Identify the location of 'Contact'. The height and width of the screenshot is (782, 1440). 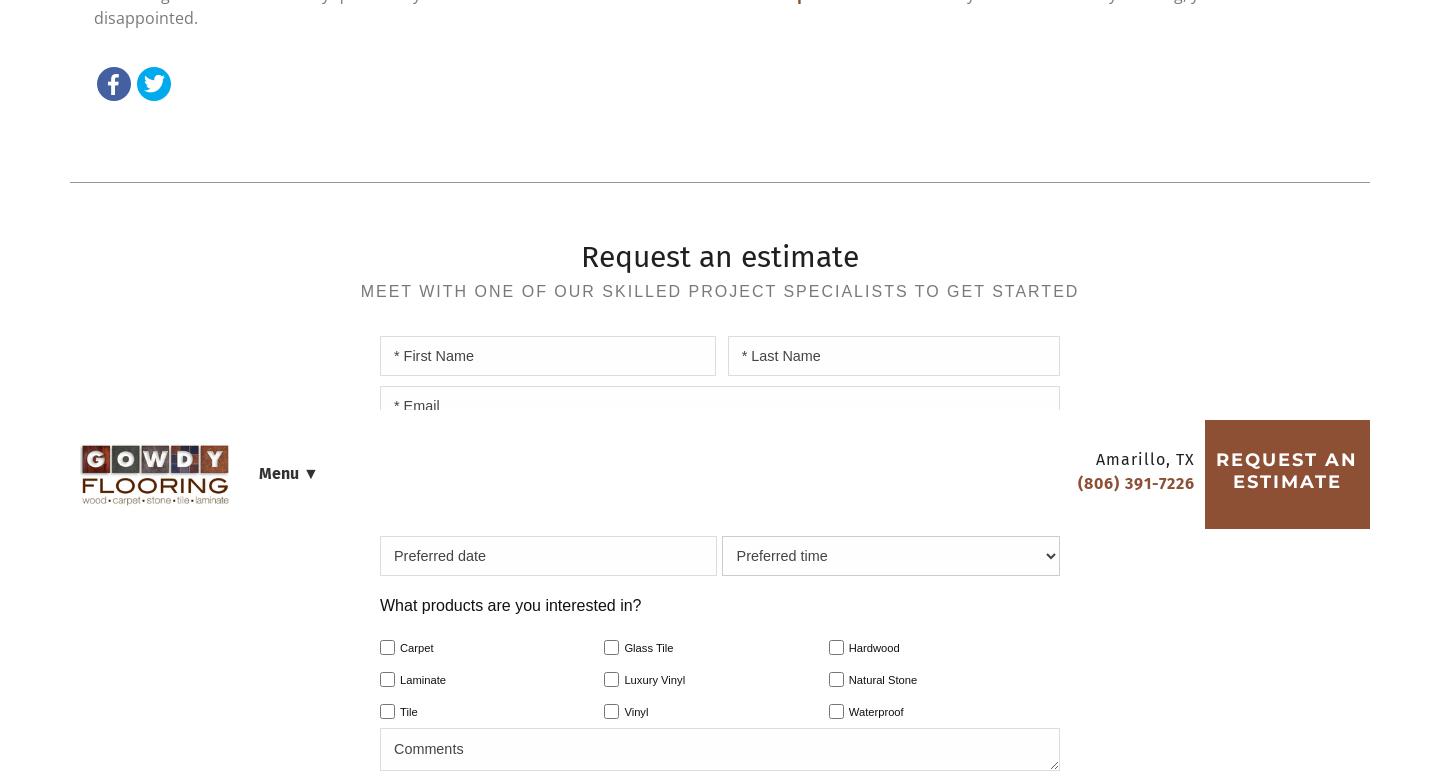
(889, 78).